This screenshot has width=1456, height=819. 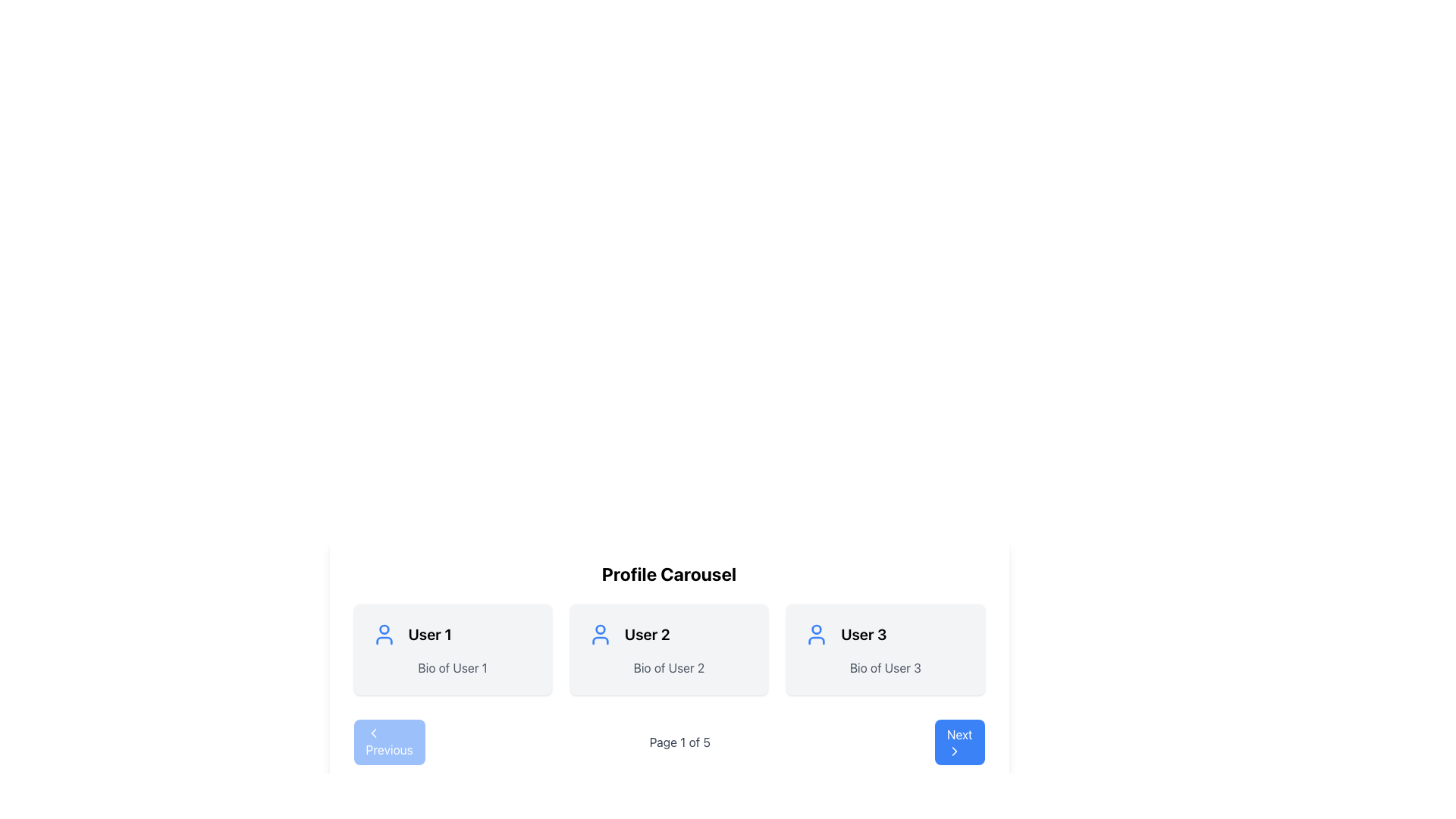 What do you see at coordinates (816, 629) in the screenshot?
I see `the circular graphical component within the user icon representing User 3's profile, which is positioned near the top of the icon` at bounding box center [816, 629].